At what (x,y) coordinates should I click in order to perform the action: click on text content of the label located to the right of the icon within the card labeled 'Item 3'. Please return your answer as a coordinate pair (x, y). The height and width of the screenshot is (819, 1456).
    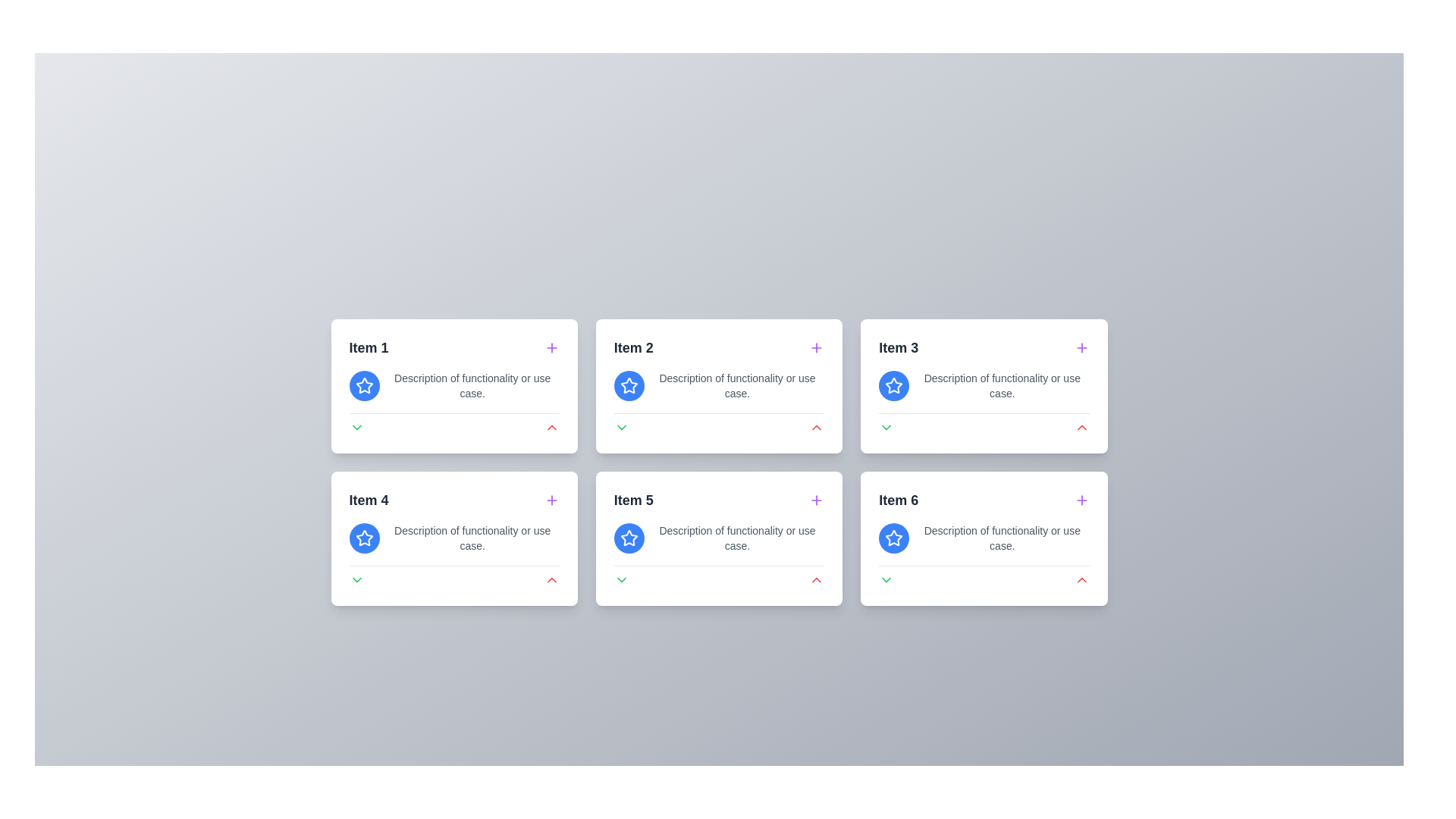
    Looking at the image, I should click on (1002, 385).